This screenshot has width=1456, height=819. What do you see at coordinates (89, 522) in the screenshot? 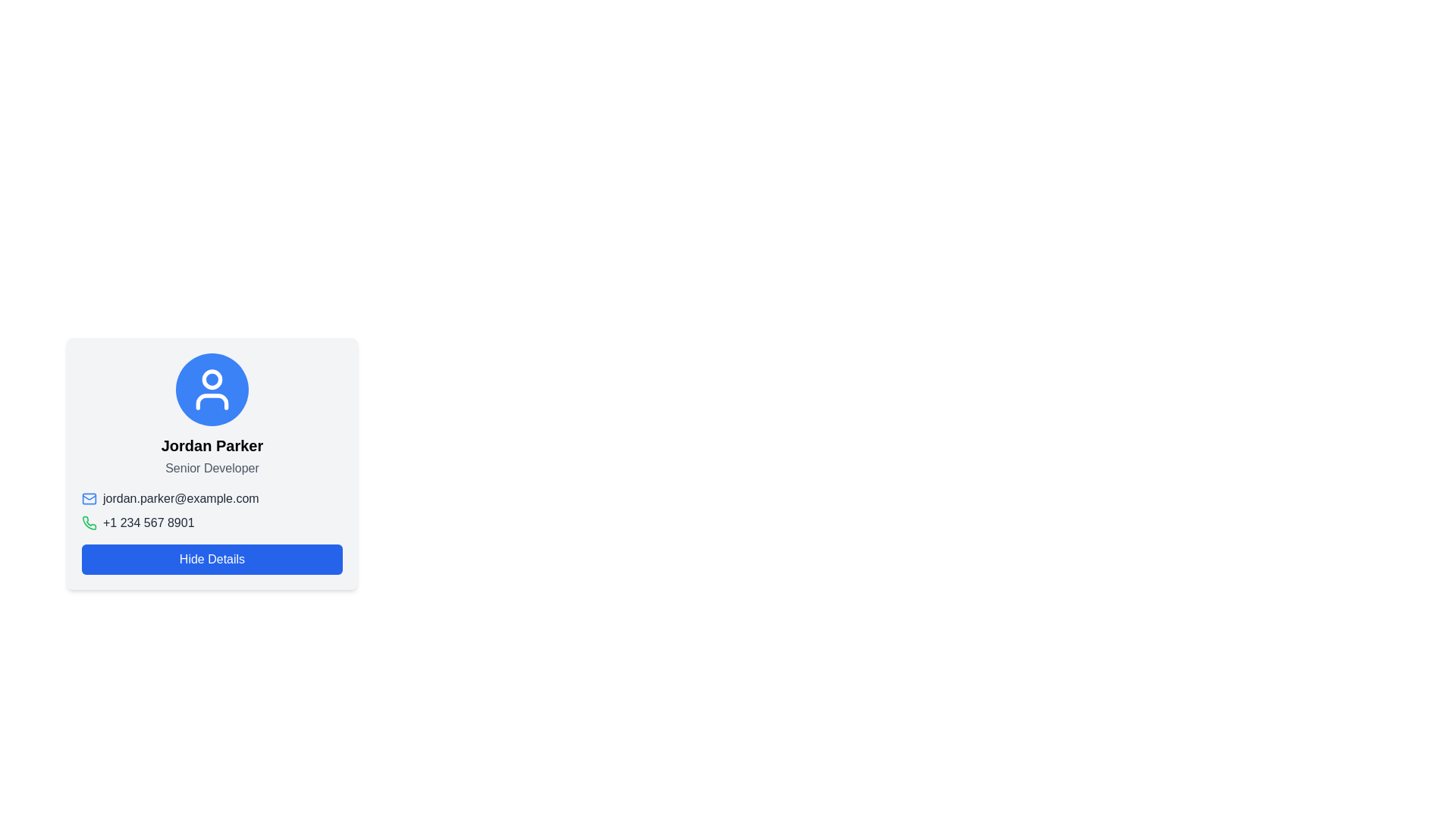
I see `the phone number icon located in the lower part of the contact card, to initiate a phone call` at bounding box center [89, 522].